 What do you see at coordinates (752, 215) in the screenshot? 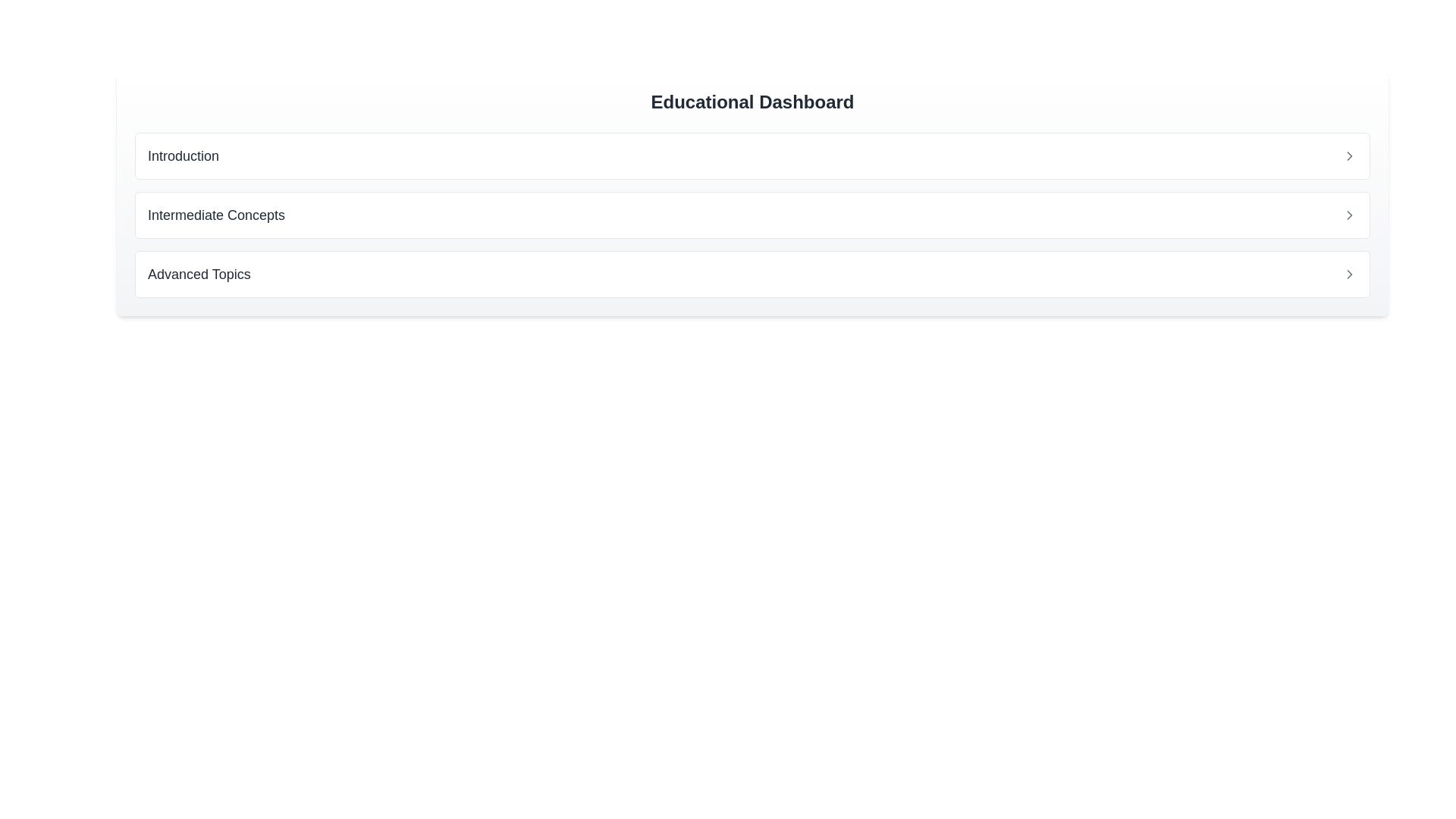
I see `the 'Intermediate Concepts' navigational card element, which is the second card in a vertical list of three cards` at bounding box center [752, 215].